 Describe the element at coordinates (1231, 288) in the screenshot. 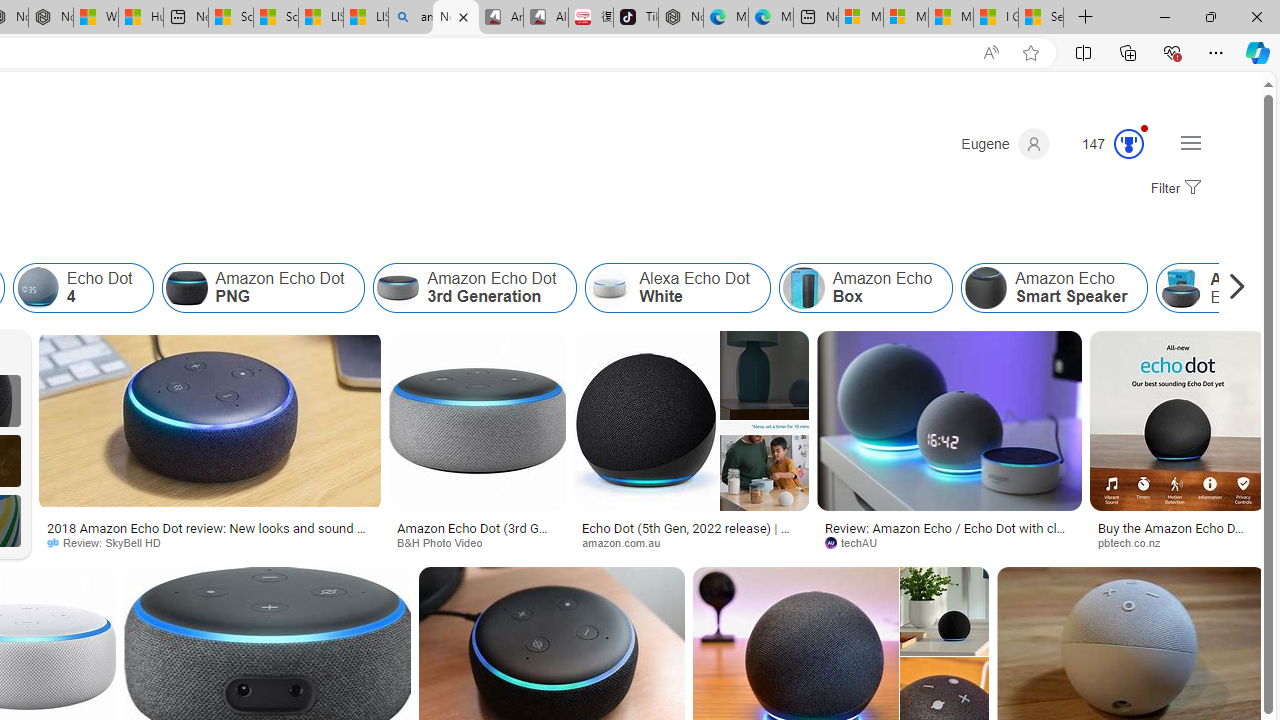

I see `'Scroll right'` at that location.